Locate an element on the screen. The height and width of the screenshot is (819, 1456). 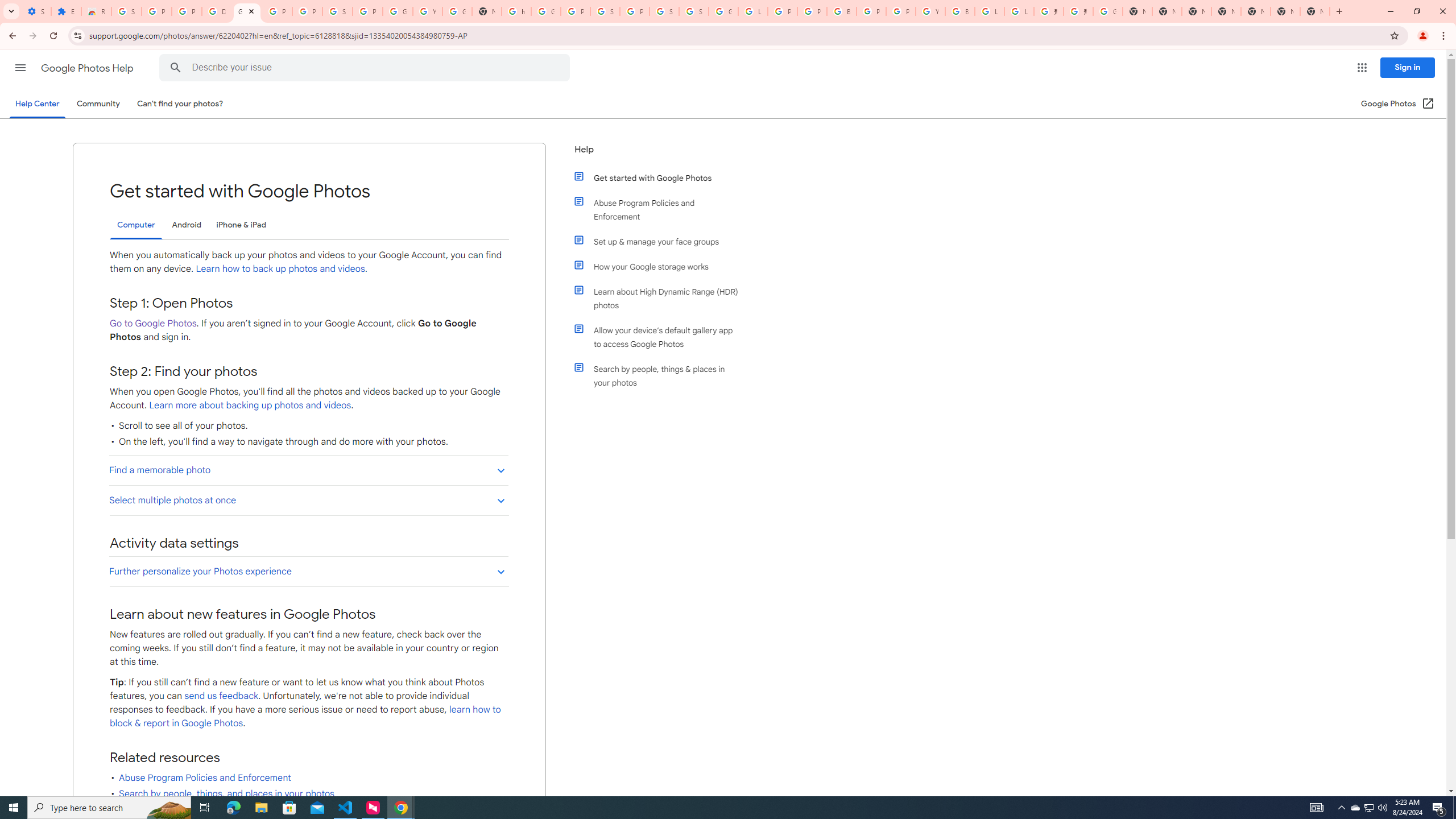
'Community' is located at coordinates (97, 103).